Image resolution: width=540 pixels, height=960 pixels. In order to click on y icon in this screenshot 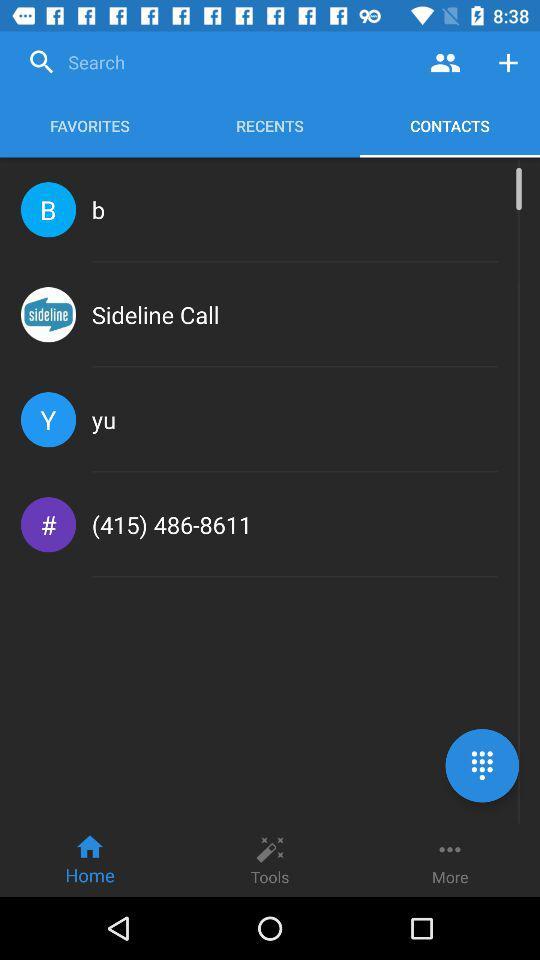, I will do `click(48, 418)`.